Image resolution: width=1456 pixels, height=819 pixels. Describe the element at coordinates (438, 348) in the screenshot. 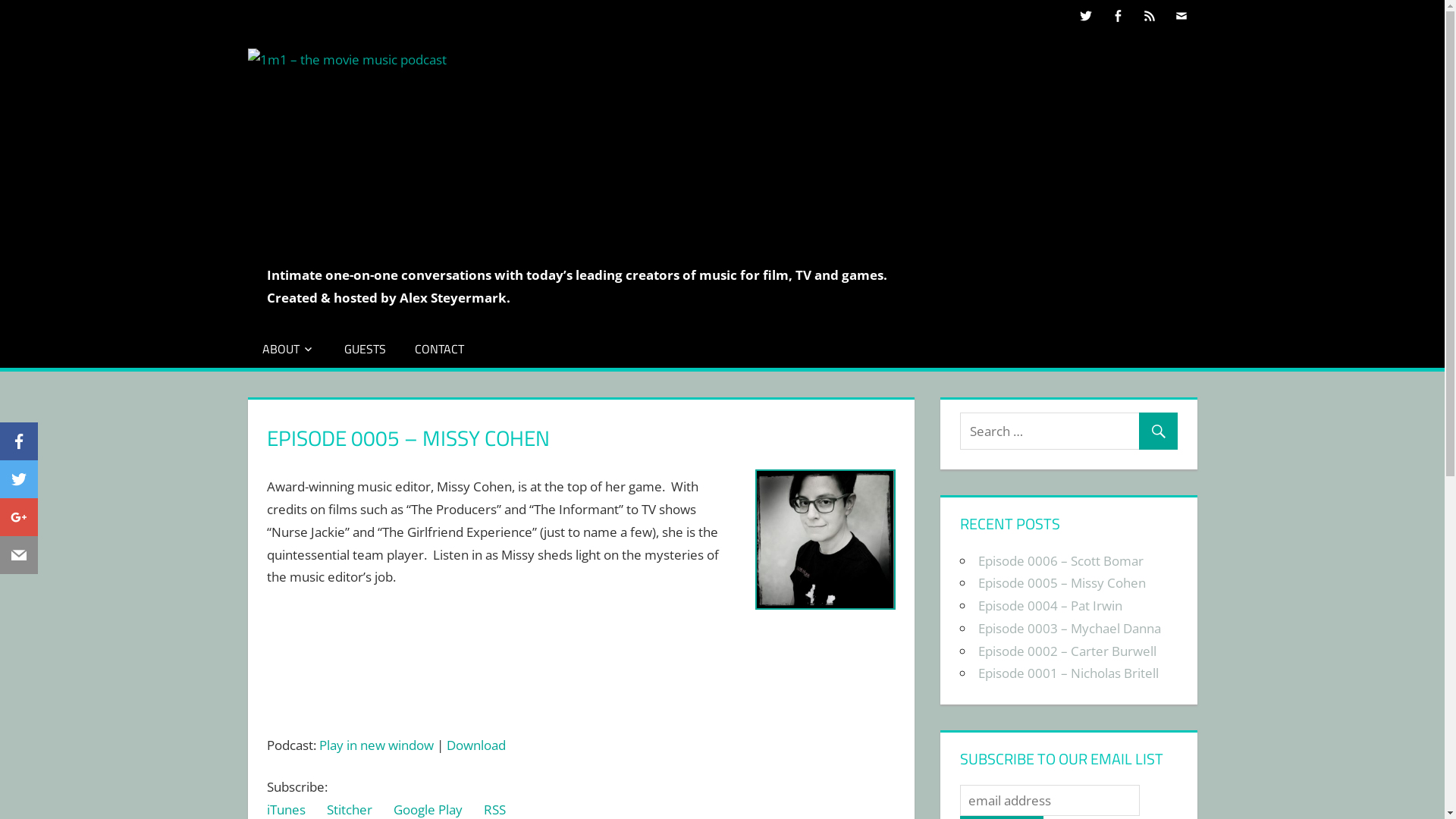

I see `'CONTACT'` at that location.